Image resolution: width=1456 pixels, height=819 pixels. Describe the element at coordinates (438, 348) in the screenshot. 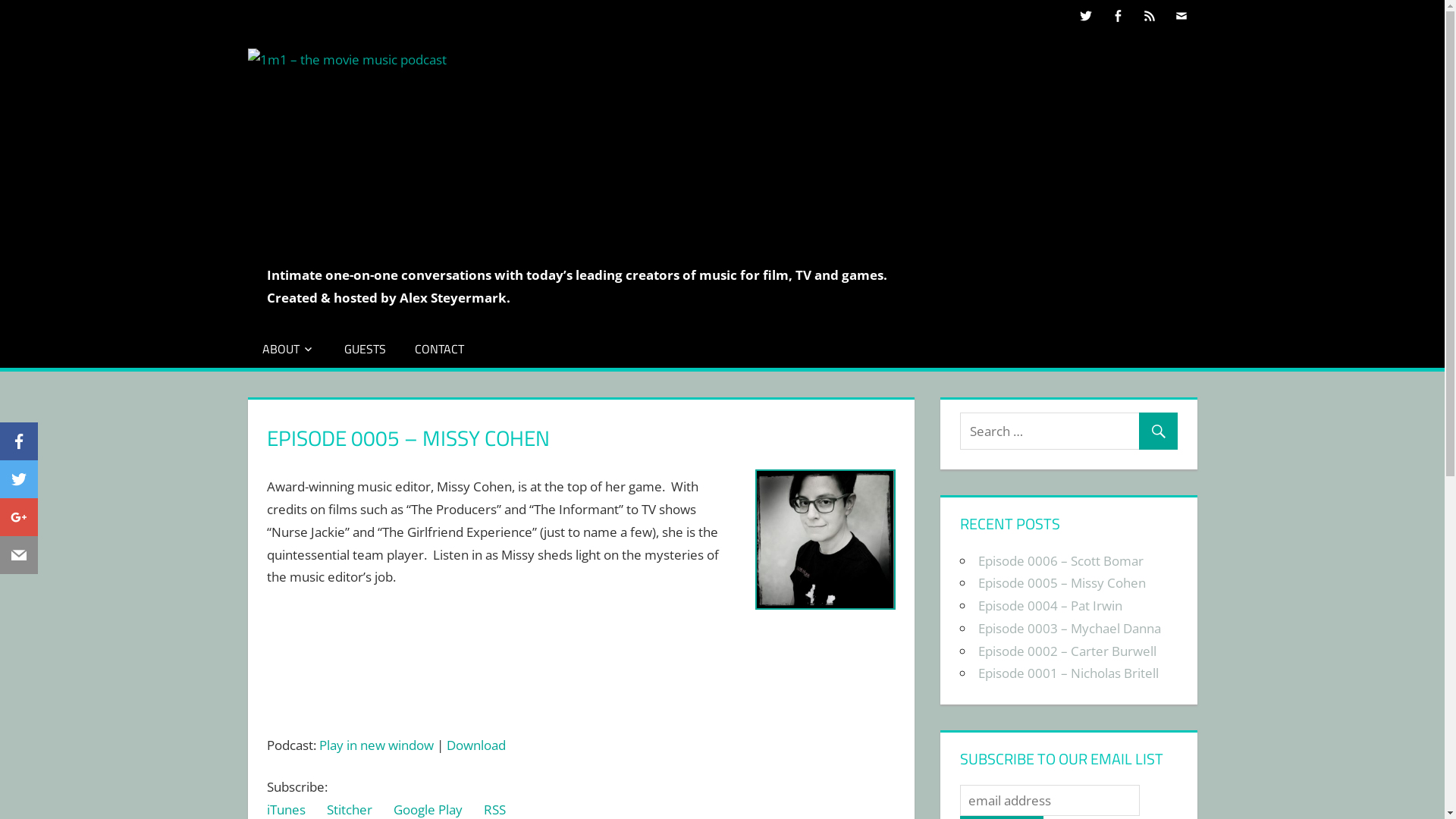

I see `'CONTACT'` at that location.